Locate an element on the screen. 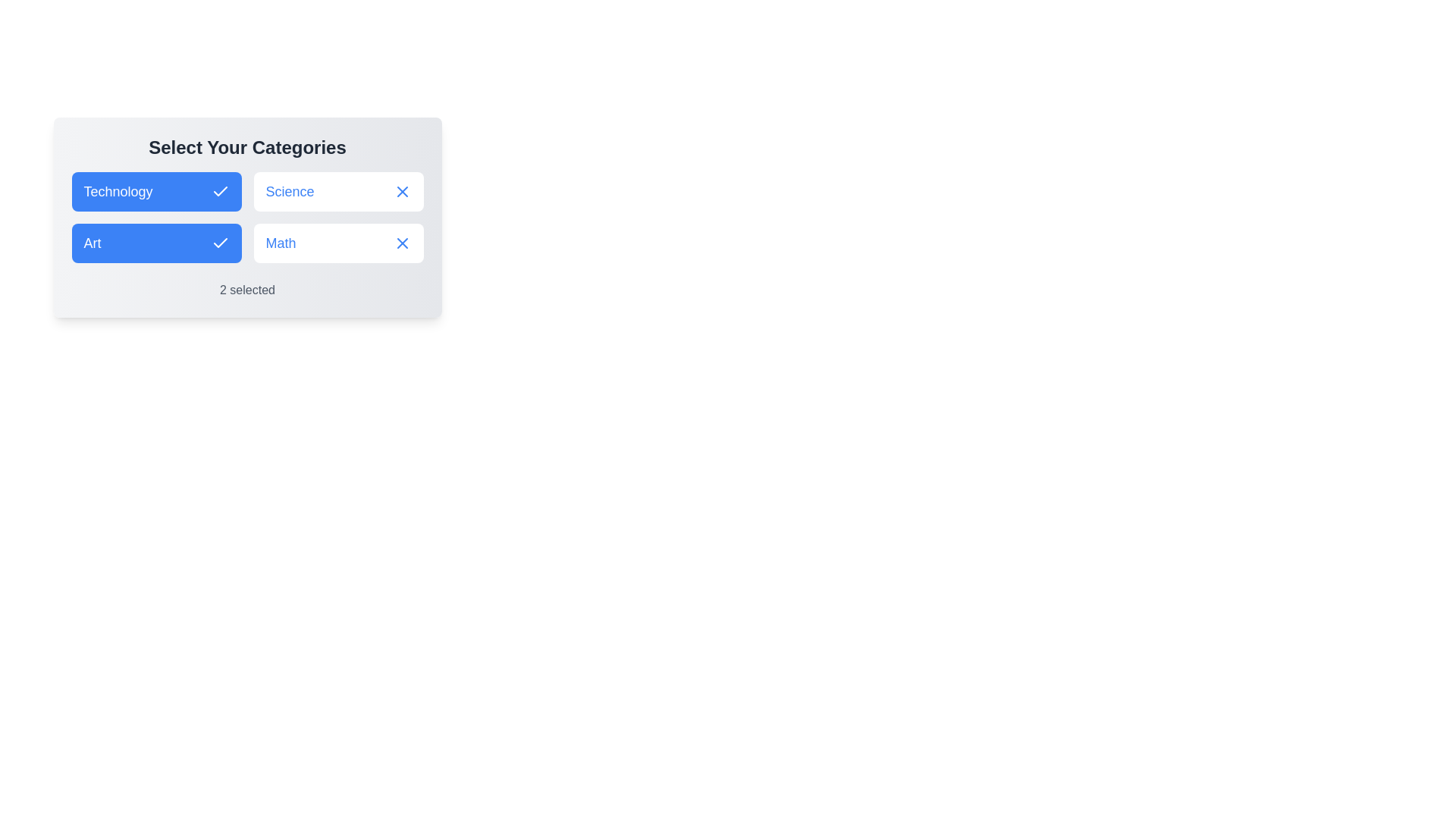  the chip labeled Art is located at coordinates (156, 242).